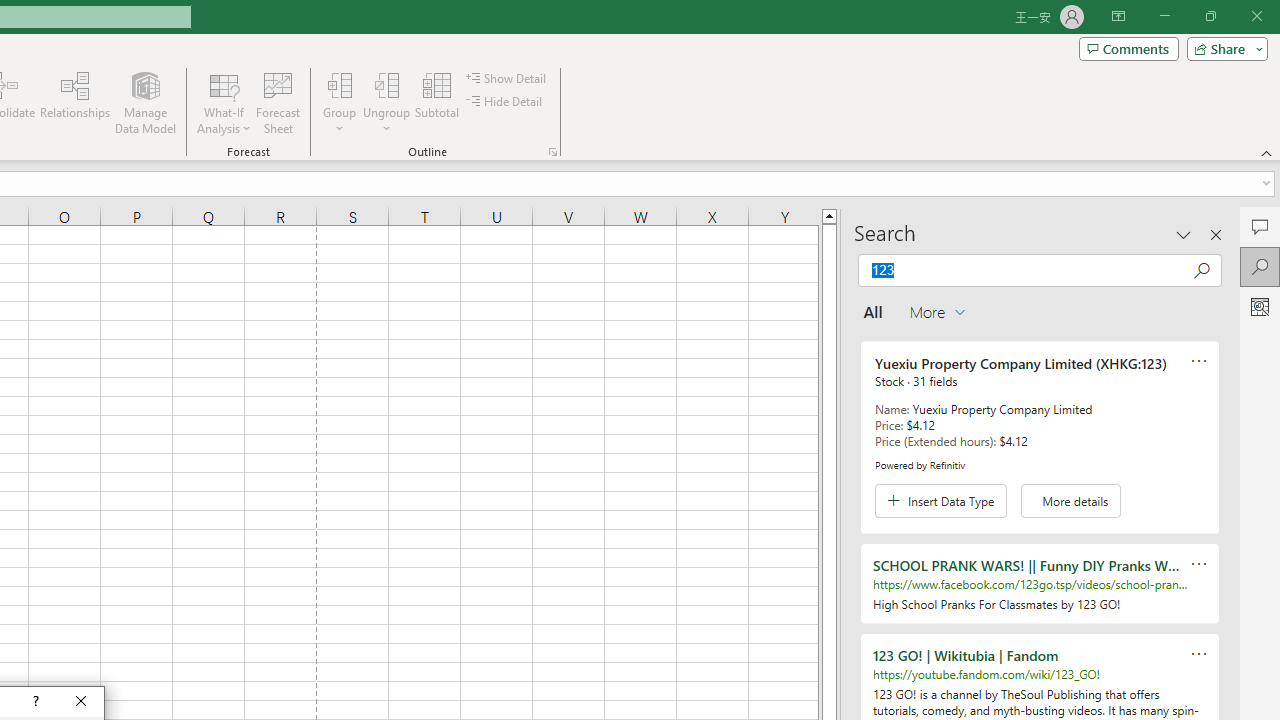  What do you see at coordinates (552, 150) in the screenshot?
I see `'Group and Outline Settings'` at bounding box center [552, 150].